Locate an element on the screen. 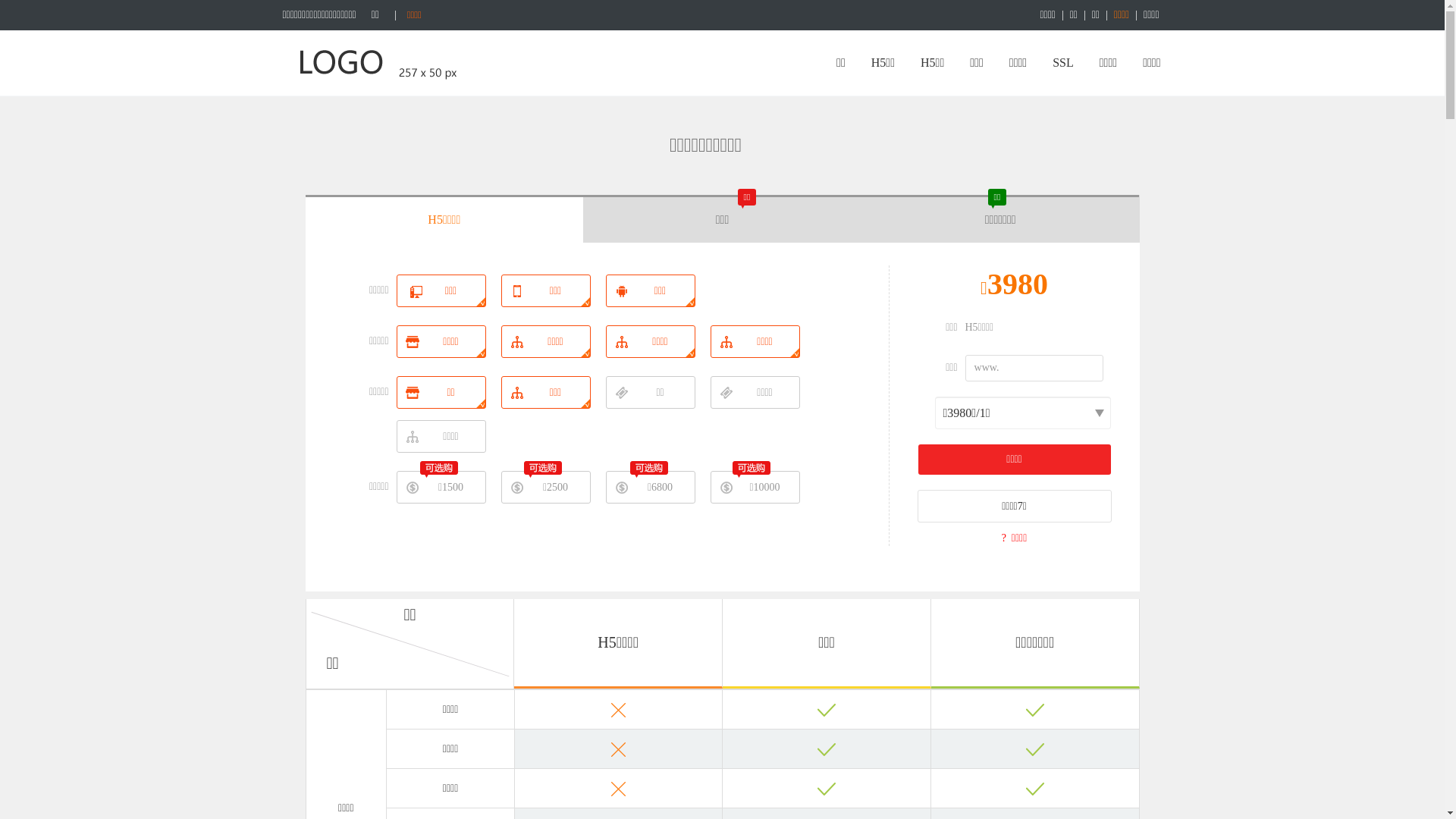 Image resolution: width=1456 pixels, height=819 pixels. 'SSL' is located at coordinates (1051, 62).